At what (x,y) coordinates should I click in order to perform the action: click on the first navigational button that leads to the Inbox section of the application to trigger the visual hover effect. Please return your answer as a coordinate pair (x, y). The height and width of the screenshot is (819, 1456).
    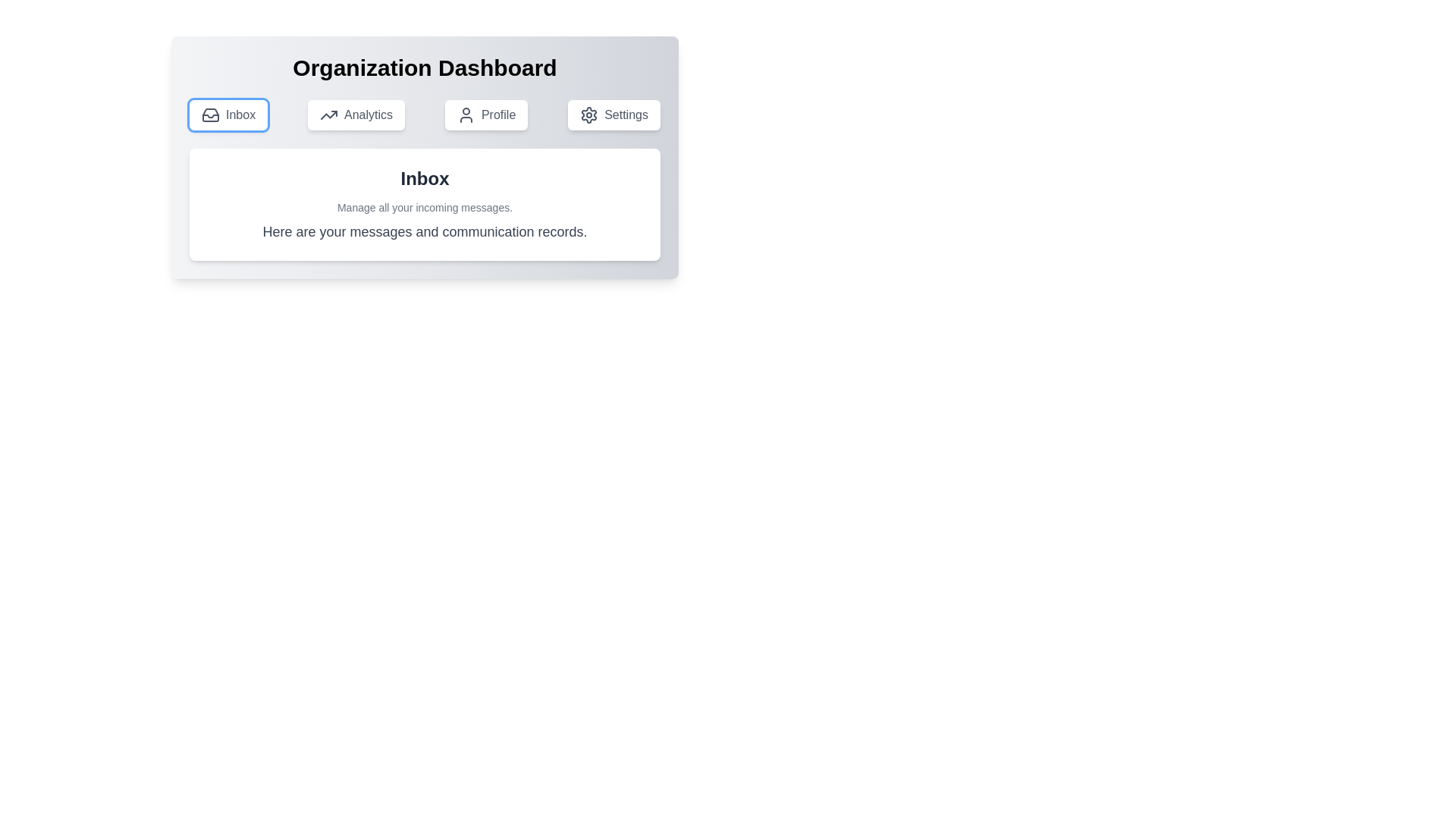
    Looking at the image, I should click on (227, 114).